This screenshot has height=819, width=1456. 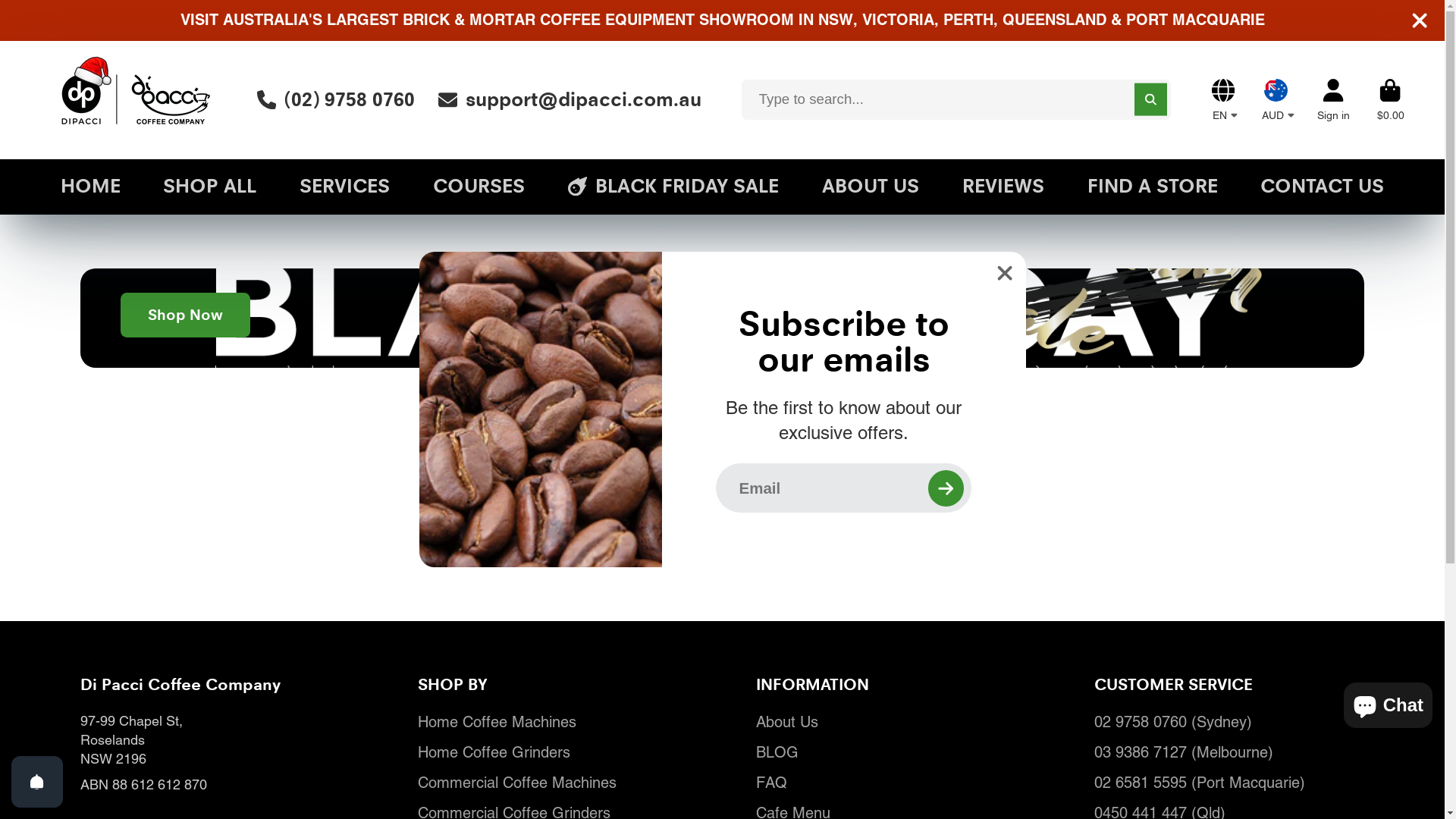 What do you see at coordinates (673, 185) in the screenshot?
I see `'BLACK FRIDAY SALE'` at bounding box center [673, 185].